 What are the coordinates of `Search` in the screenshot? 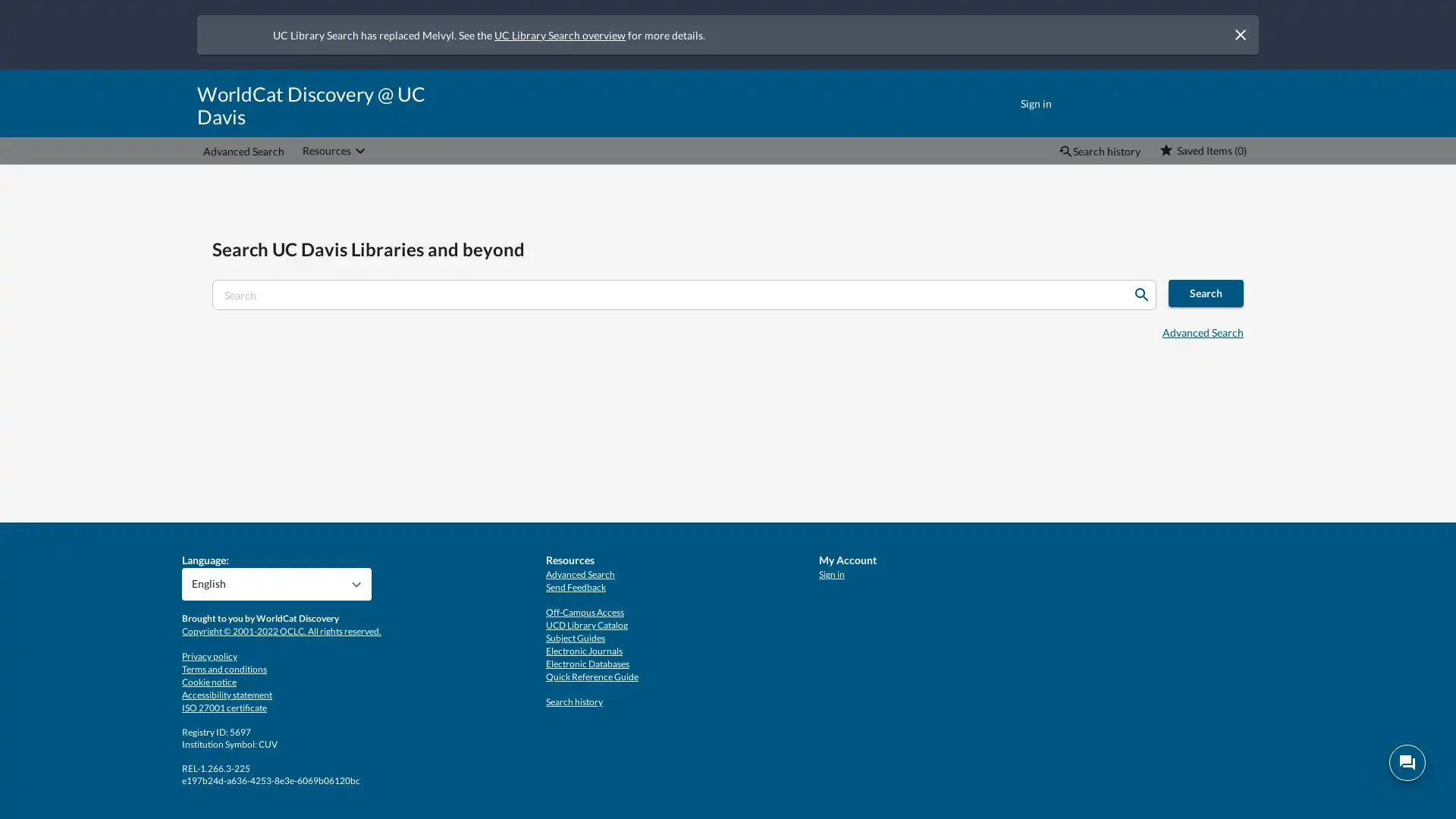 It's located at (1205, 293).